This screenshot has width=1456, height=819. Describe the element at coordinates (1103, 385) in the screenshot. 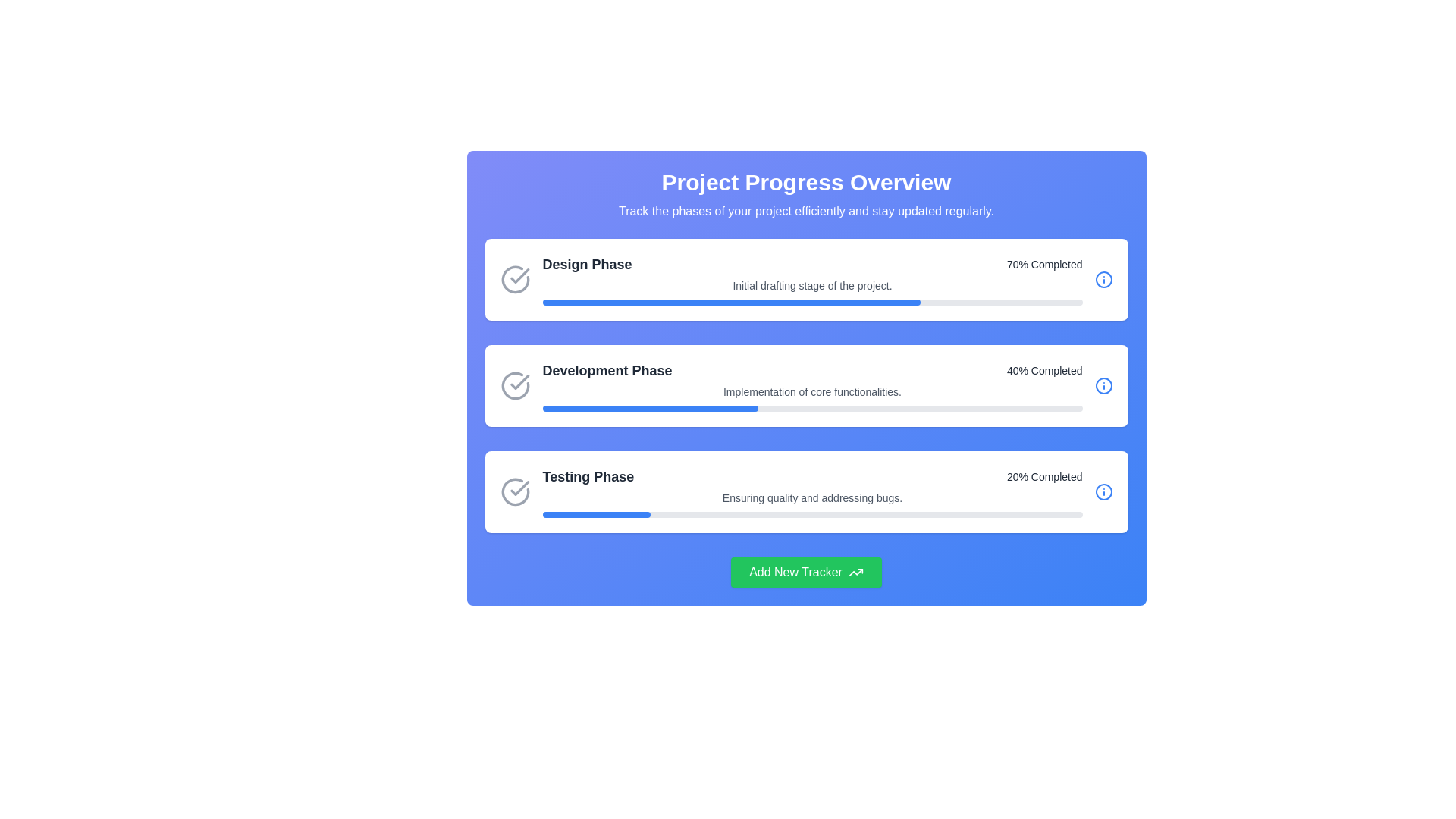

I see `the decorative Circle icon within the 'Development Phase' card, which is positioned near the '40% Completed' label` at that location.